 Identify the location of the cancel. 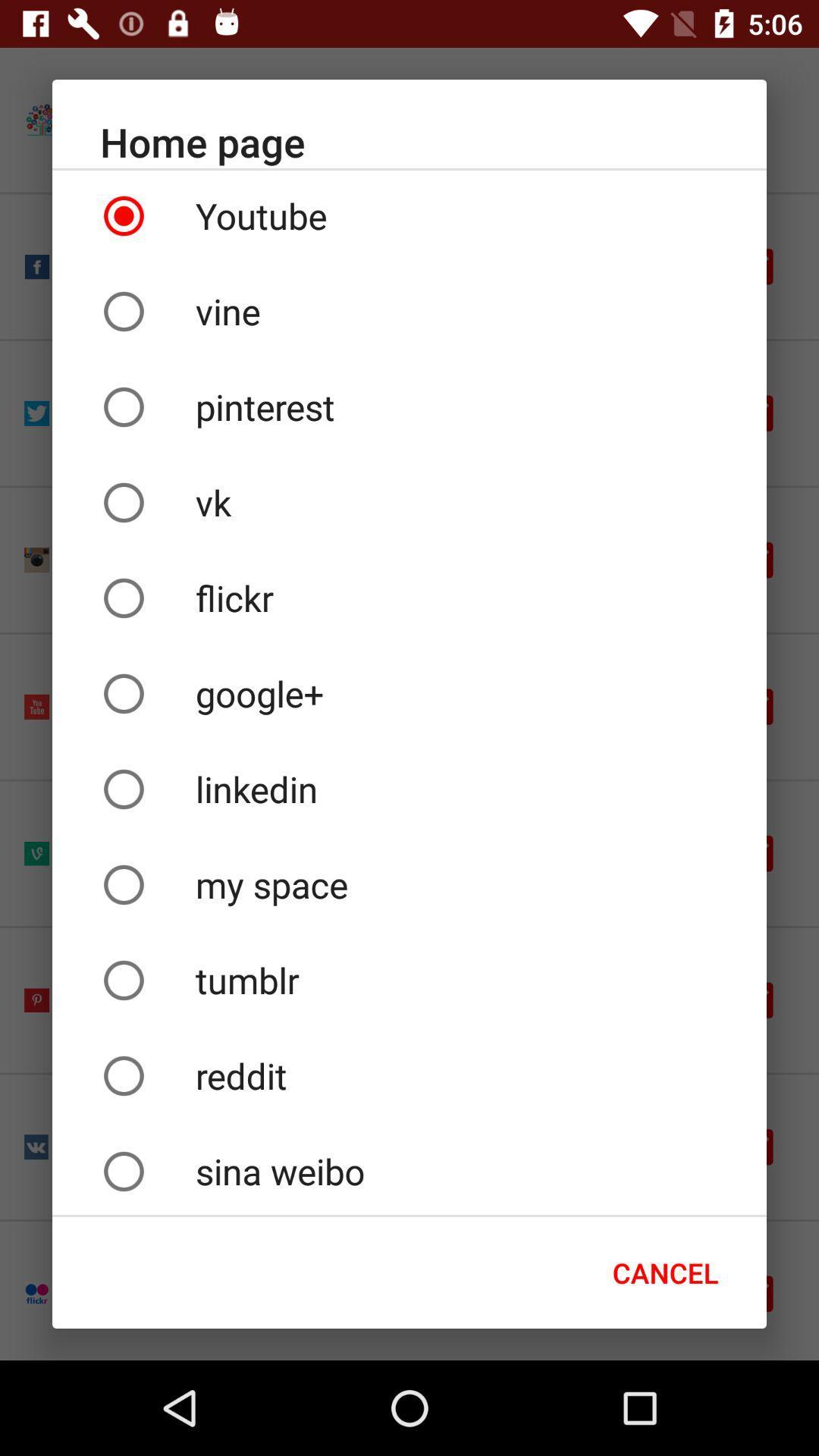
(664, 1272).